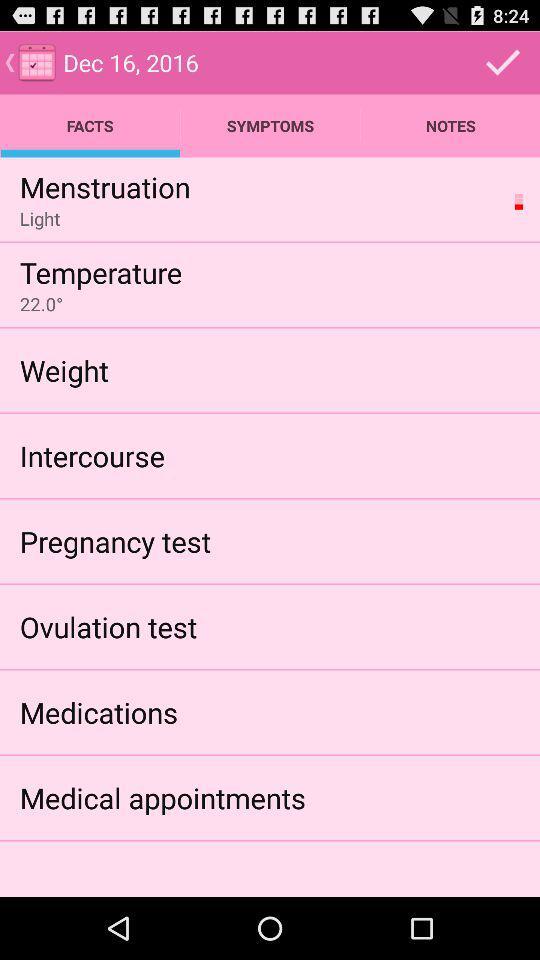 Image resolution: width=540 pixels, height=960 pixels. What do you see at coordinates (502, 62) in the screenshot?
I see `item above the notes` at bounding box center [502, 62].